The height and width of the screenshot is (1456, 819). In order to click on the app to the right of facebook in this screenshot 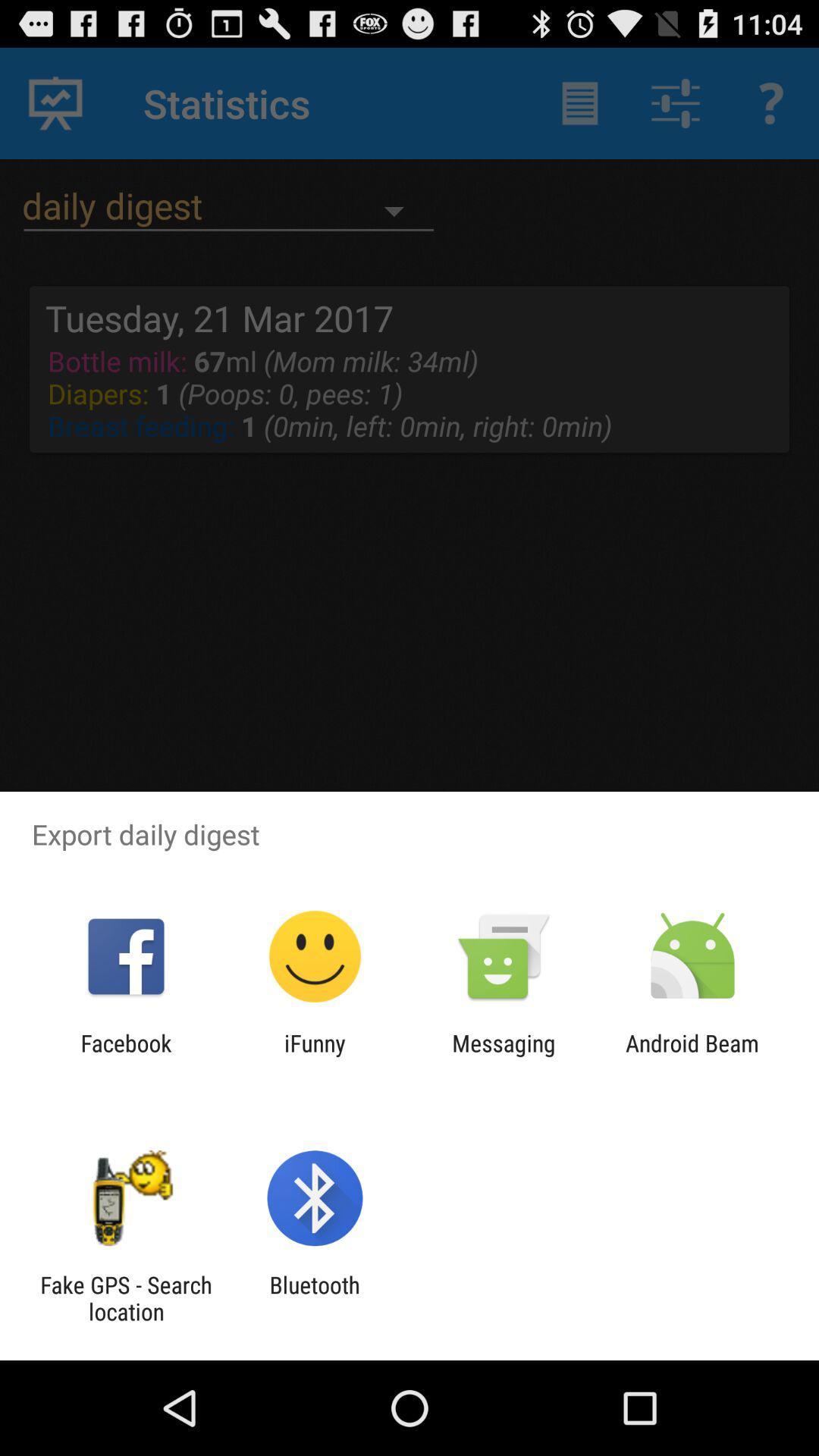, I will do `click(314, 1056)`.